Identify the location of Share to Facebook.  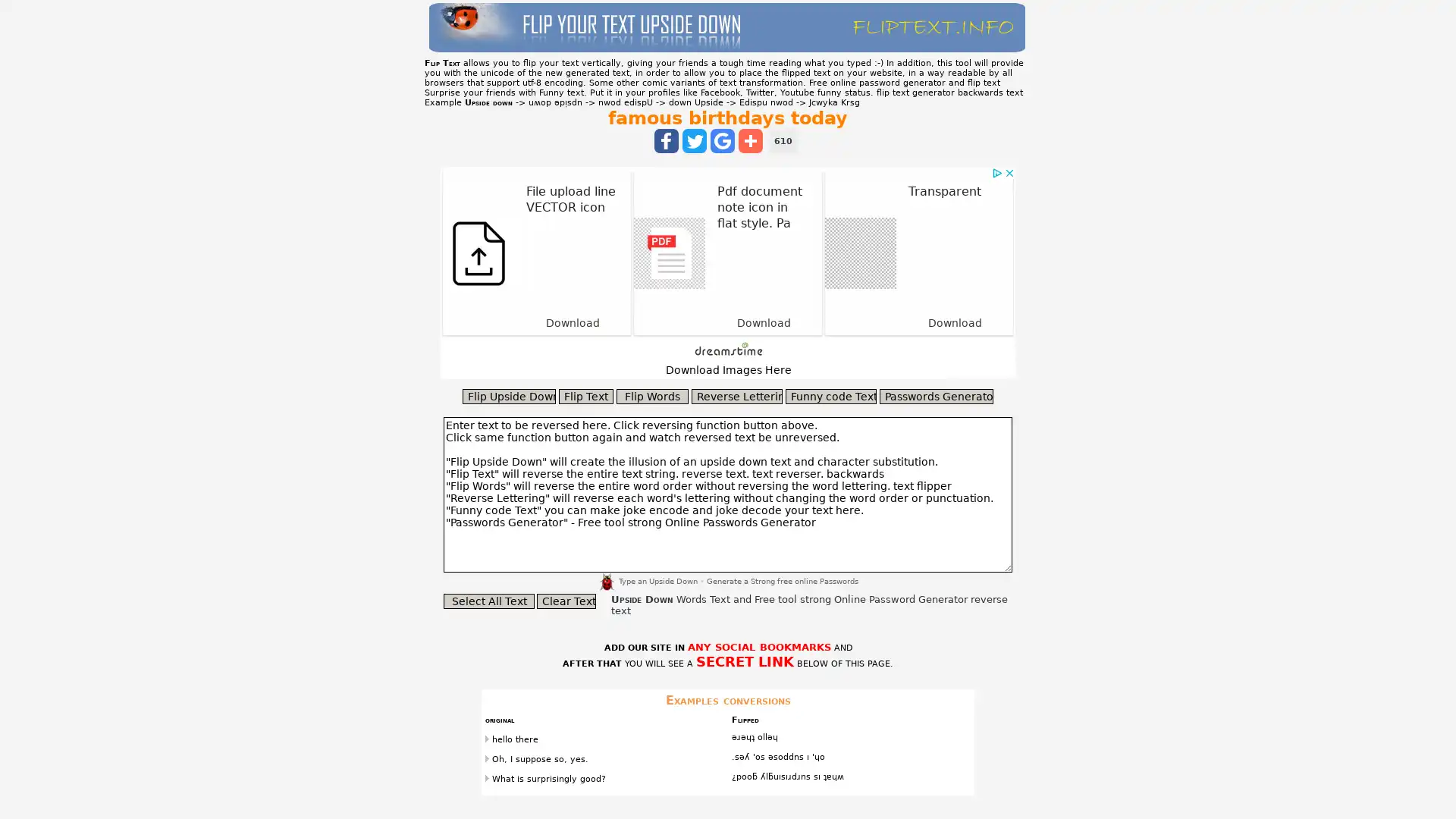
(666, 140).